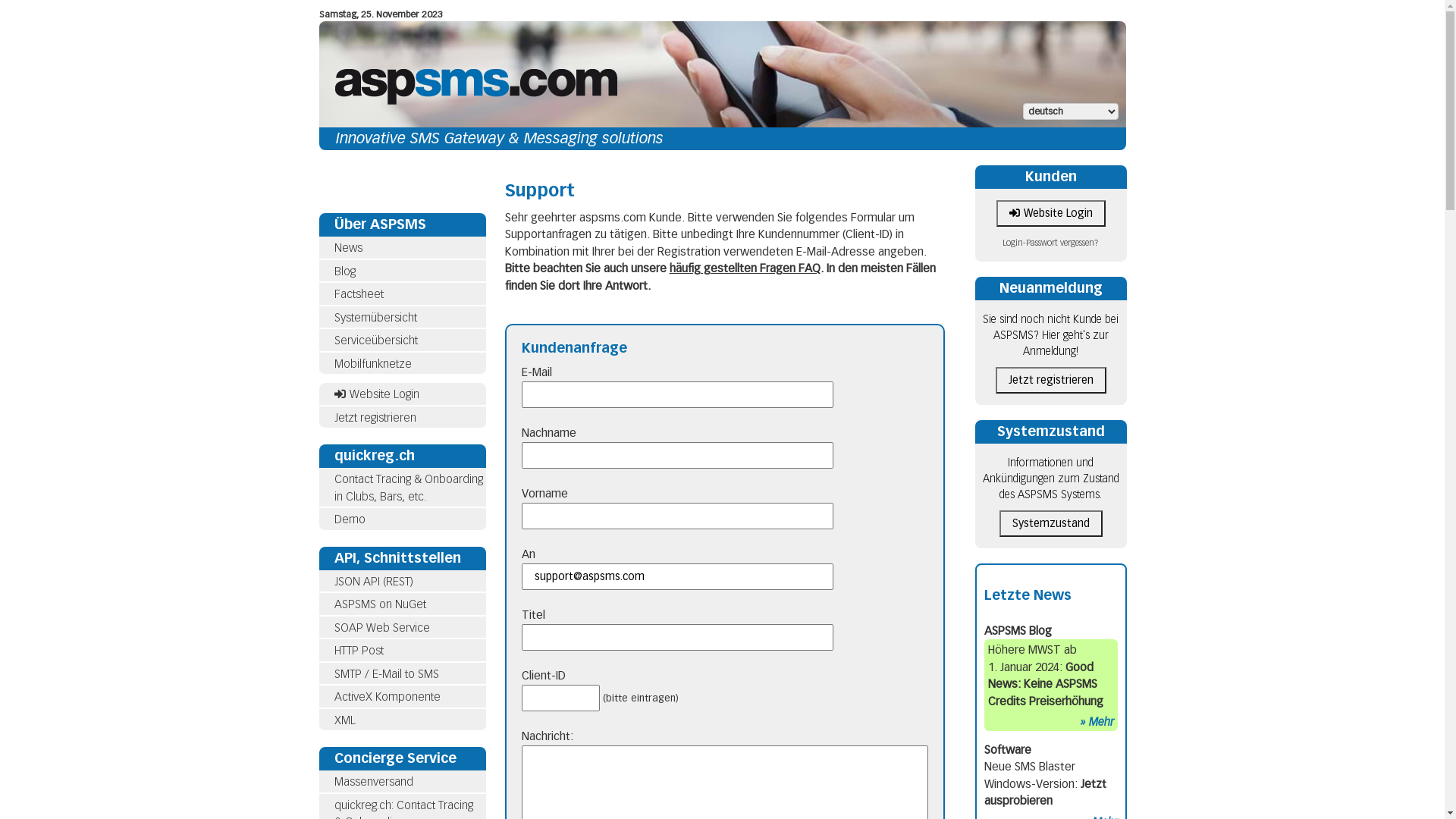  What do you see at coordinates (333, 604) in the screenshot?
I see `'ASPSMS on NuGet'` at bounding box center [333, 604].